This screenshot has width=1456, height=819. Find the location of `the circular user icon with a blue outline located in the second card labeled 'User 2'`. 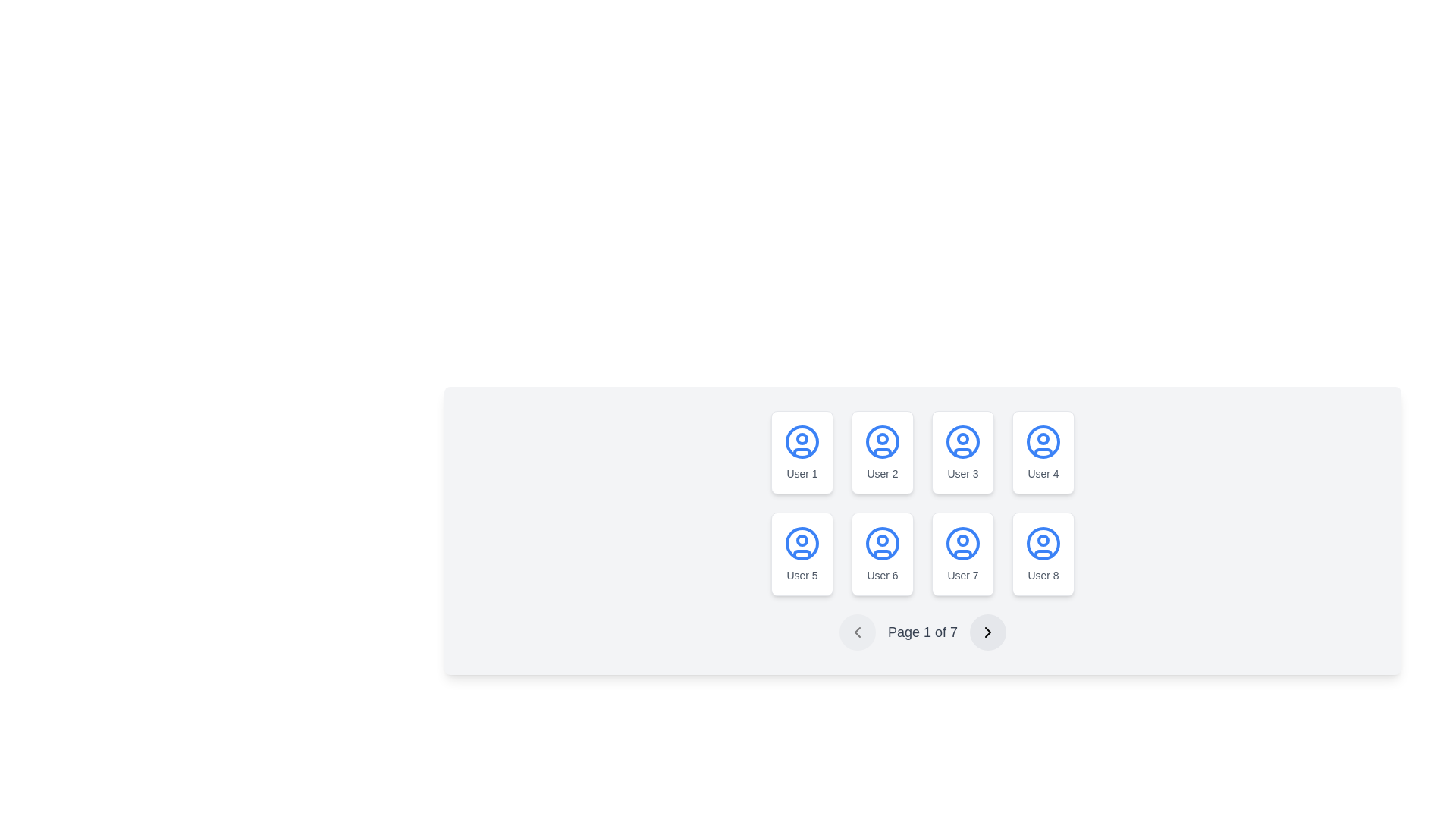

the circular user icon with a blue outline located in the second card labeled 'User 2' is located at coordinates (882, 441).